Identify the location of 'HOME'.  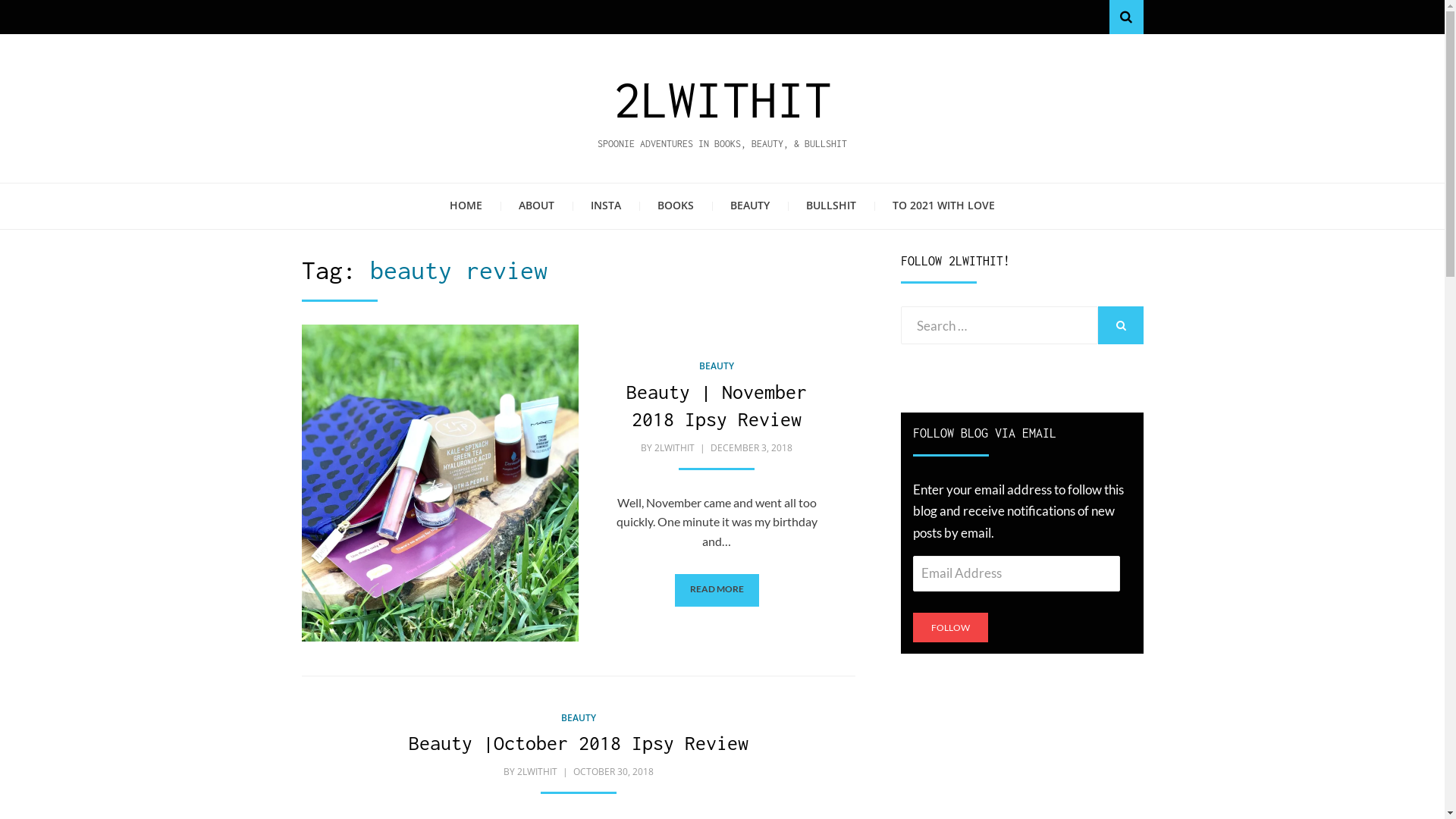
(465, 206).